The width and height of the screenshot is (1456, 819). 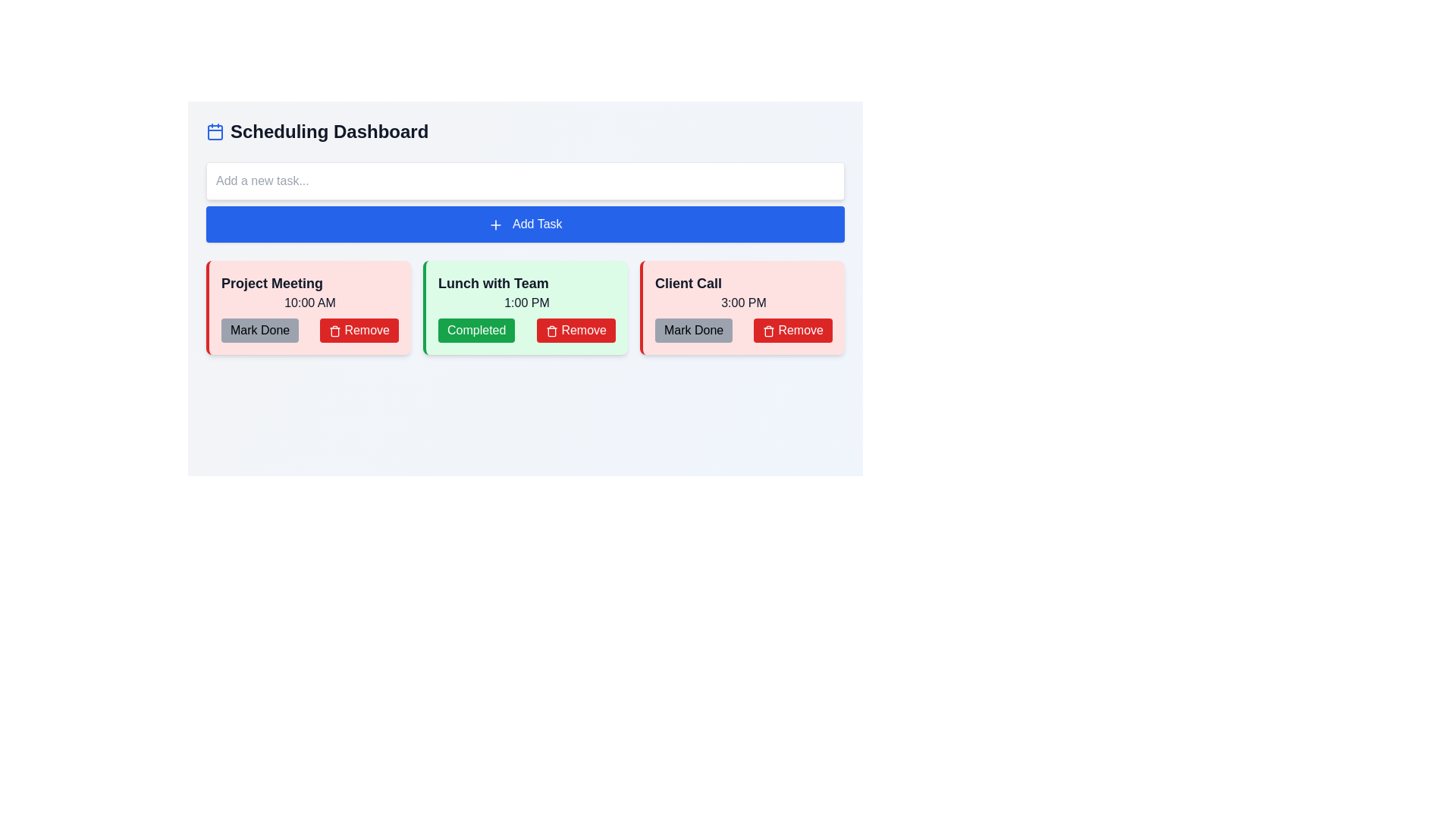 What do you see at coordinates (525, 201) in the screenshot?
I see `the button that adds tasks, located directly beneath the input field and above the scheduled events cards` at bounding box center [525, 201].